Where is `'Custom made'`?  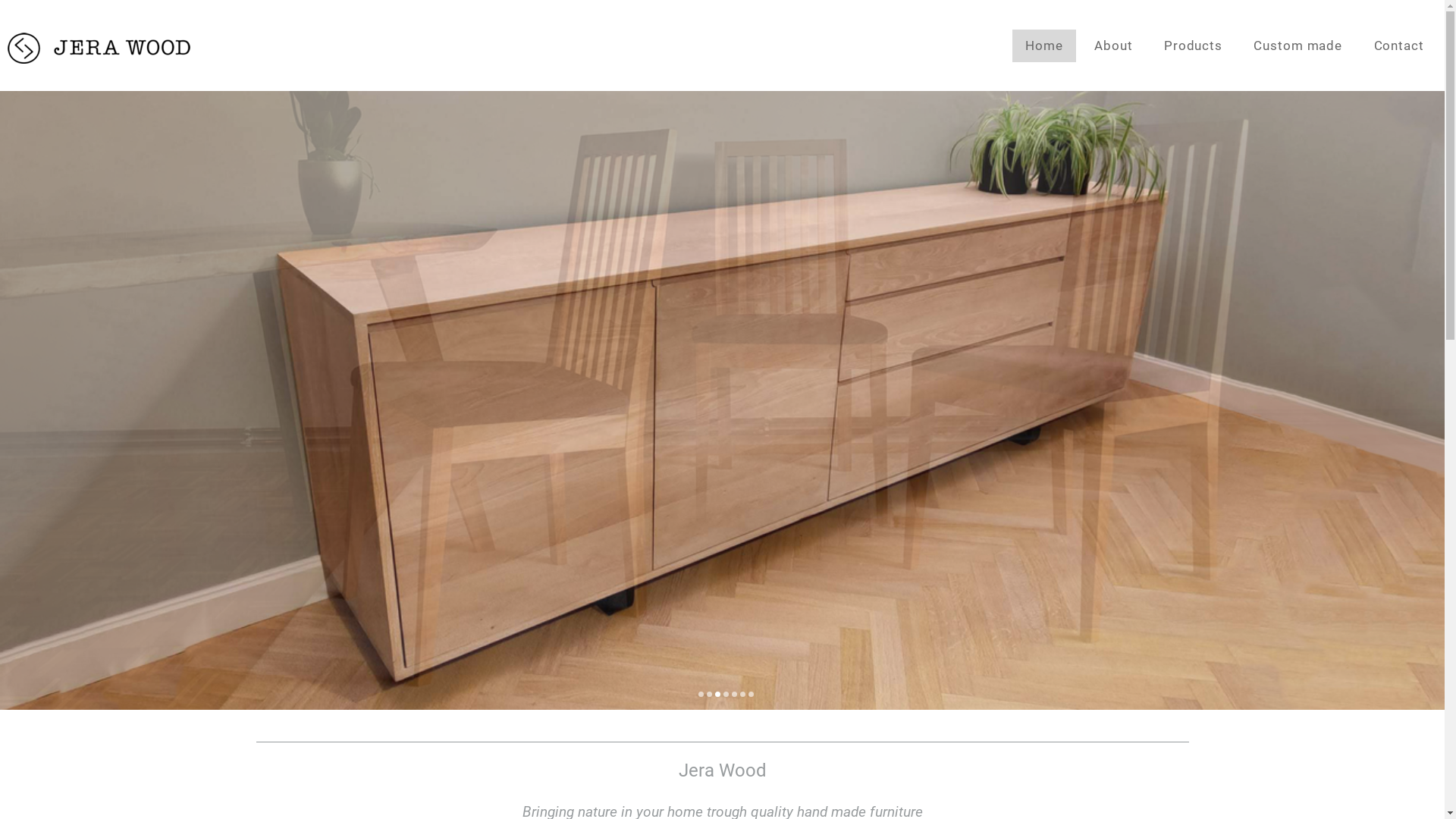
'Custom made' is located at coordinates (1297, 45).